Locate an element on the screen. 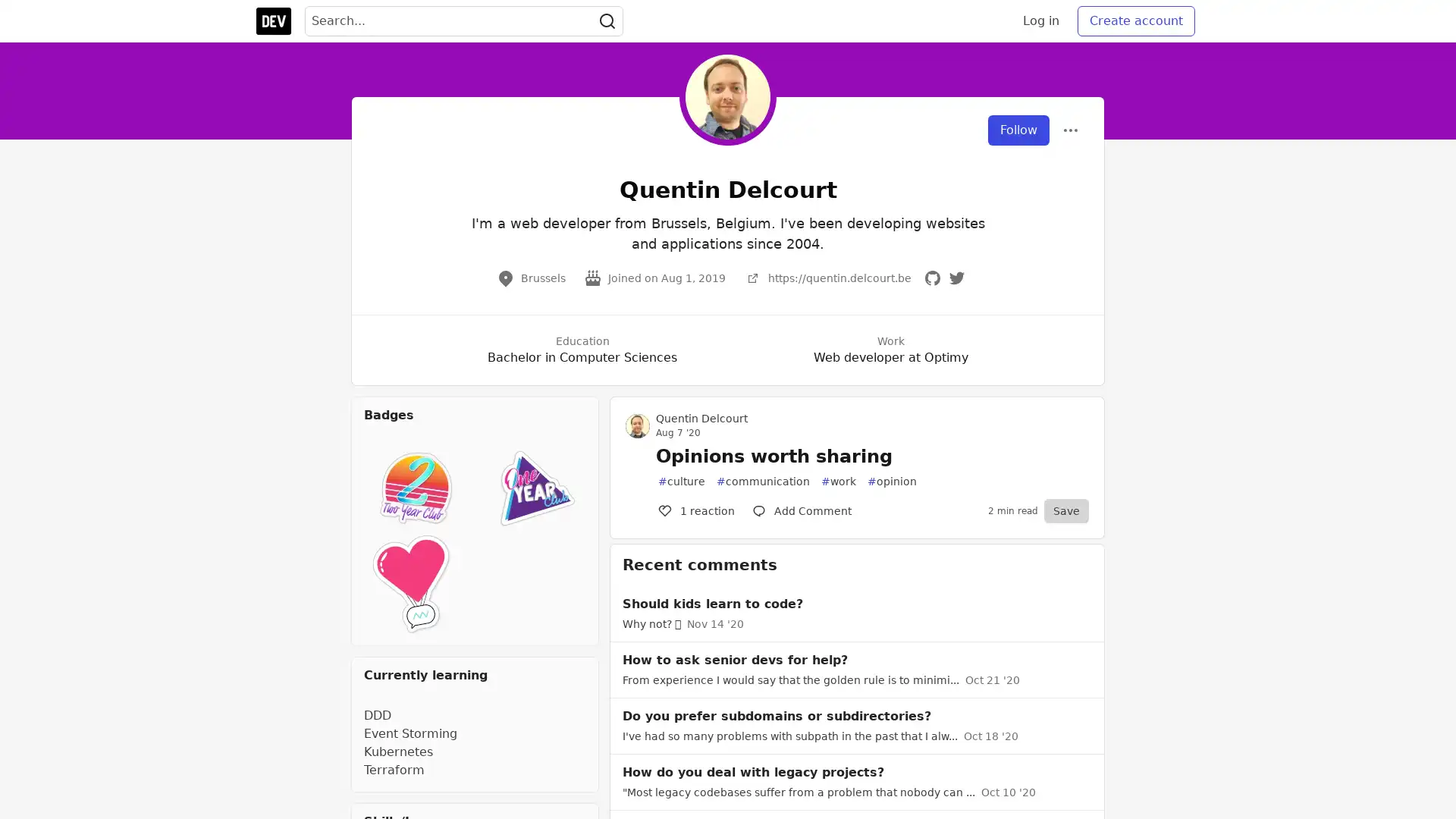 The width and height of the screenshot is (1456, 819). Follow user: Quentin Delcourt is located at coordinates (1018, 130).